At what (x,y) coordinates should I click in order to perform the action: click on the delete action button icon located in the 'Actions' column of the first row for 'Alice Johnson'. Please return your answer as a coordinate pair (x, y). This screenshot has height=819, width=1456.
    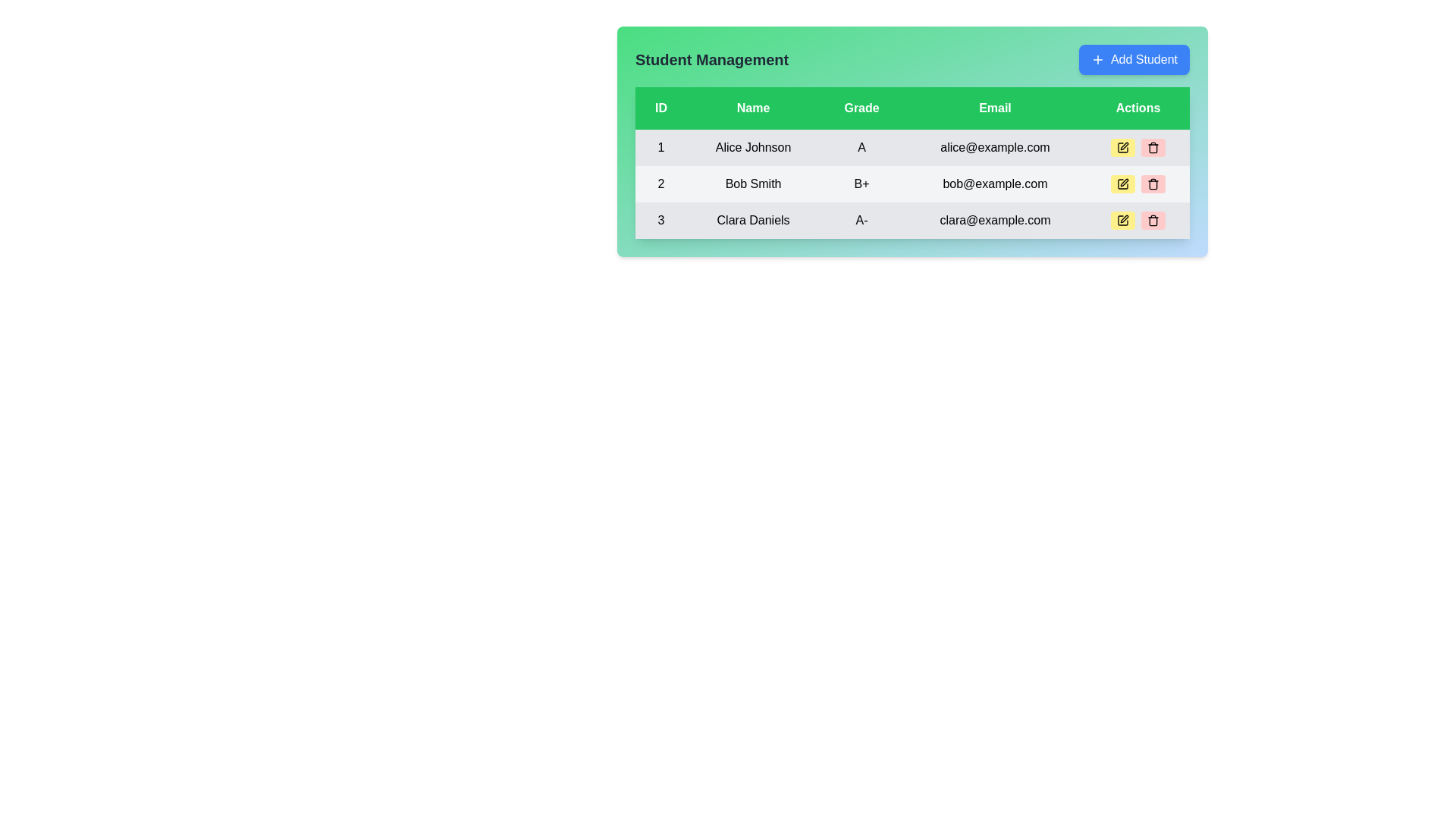
    Looking at the image, I should click on (1153, 148).